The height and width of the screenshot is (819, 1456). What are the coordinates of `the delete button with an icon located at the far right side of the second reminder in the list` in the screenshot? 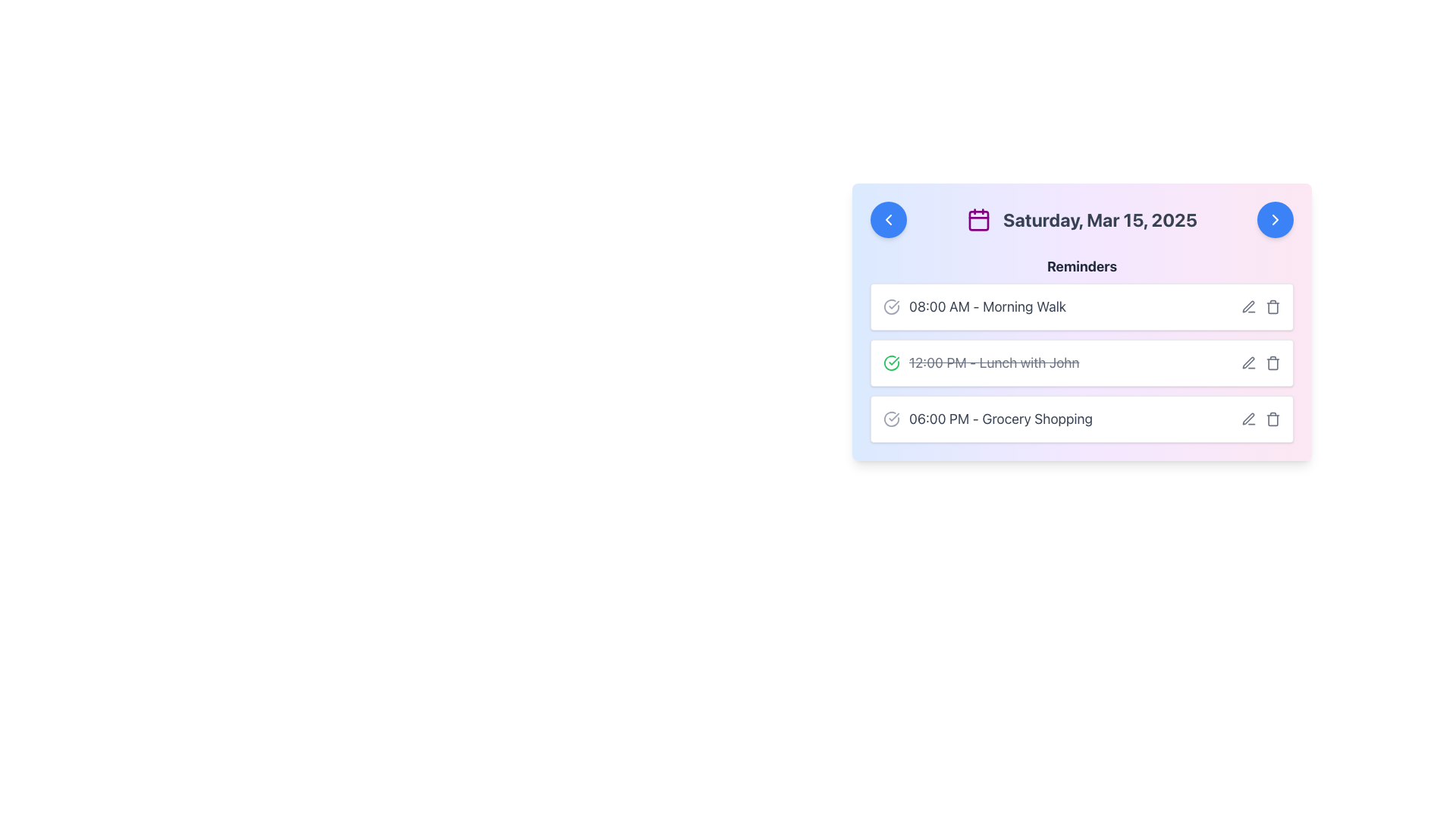 It's located at (1273, 362).